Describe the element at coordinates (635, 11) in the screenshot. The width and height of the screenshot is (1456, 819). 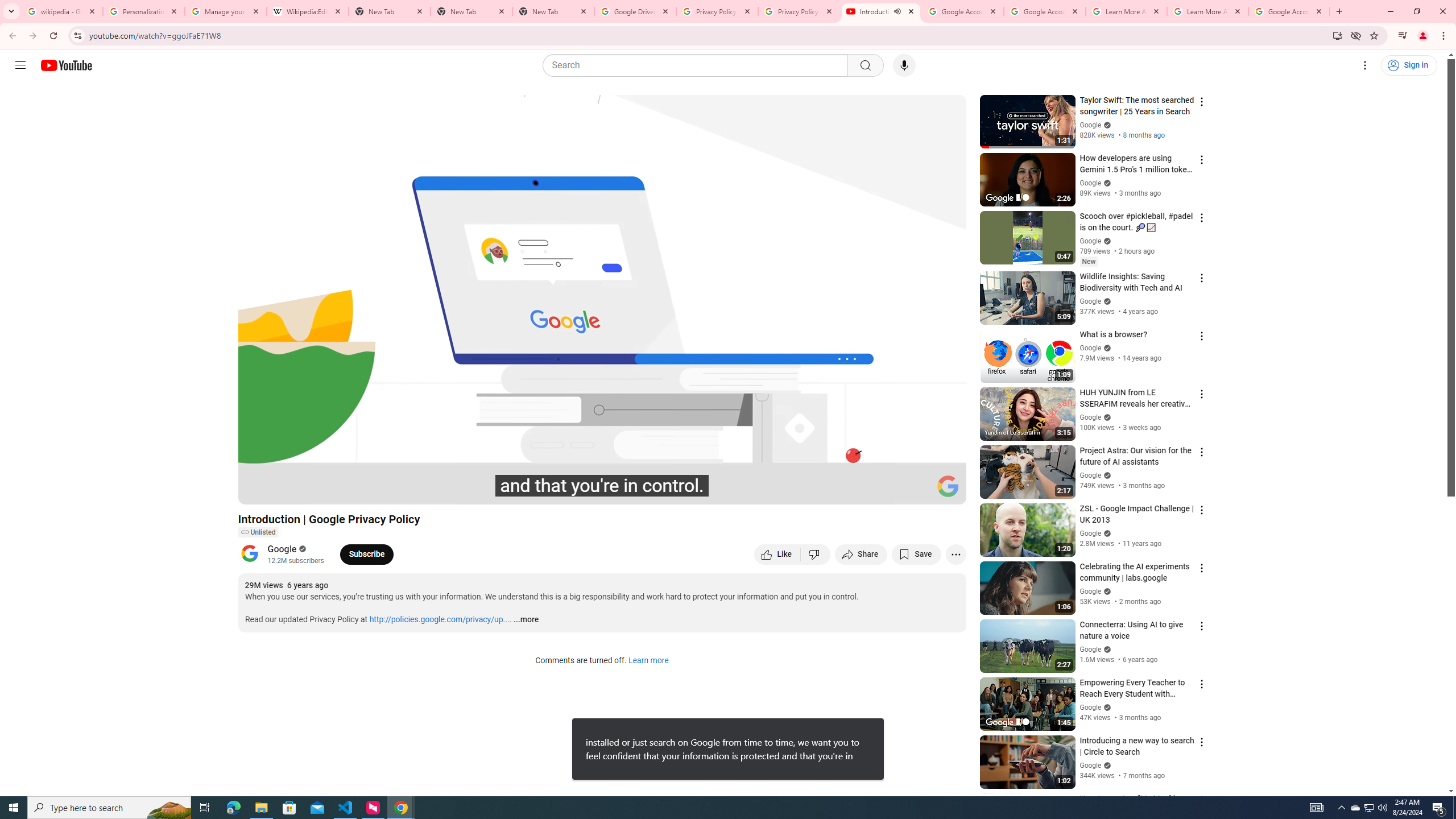
I see `'Google Drive: Sign-in'` at that location.